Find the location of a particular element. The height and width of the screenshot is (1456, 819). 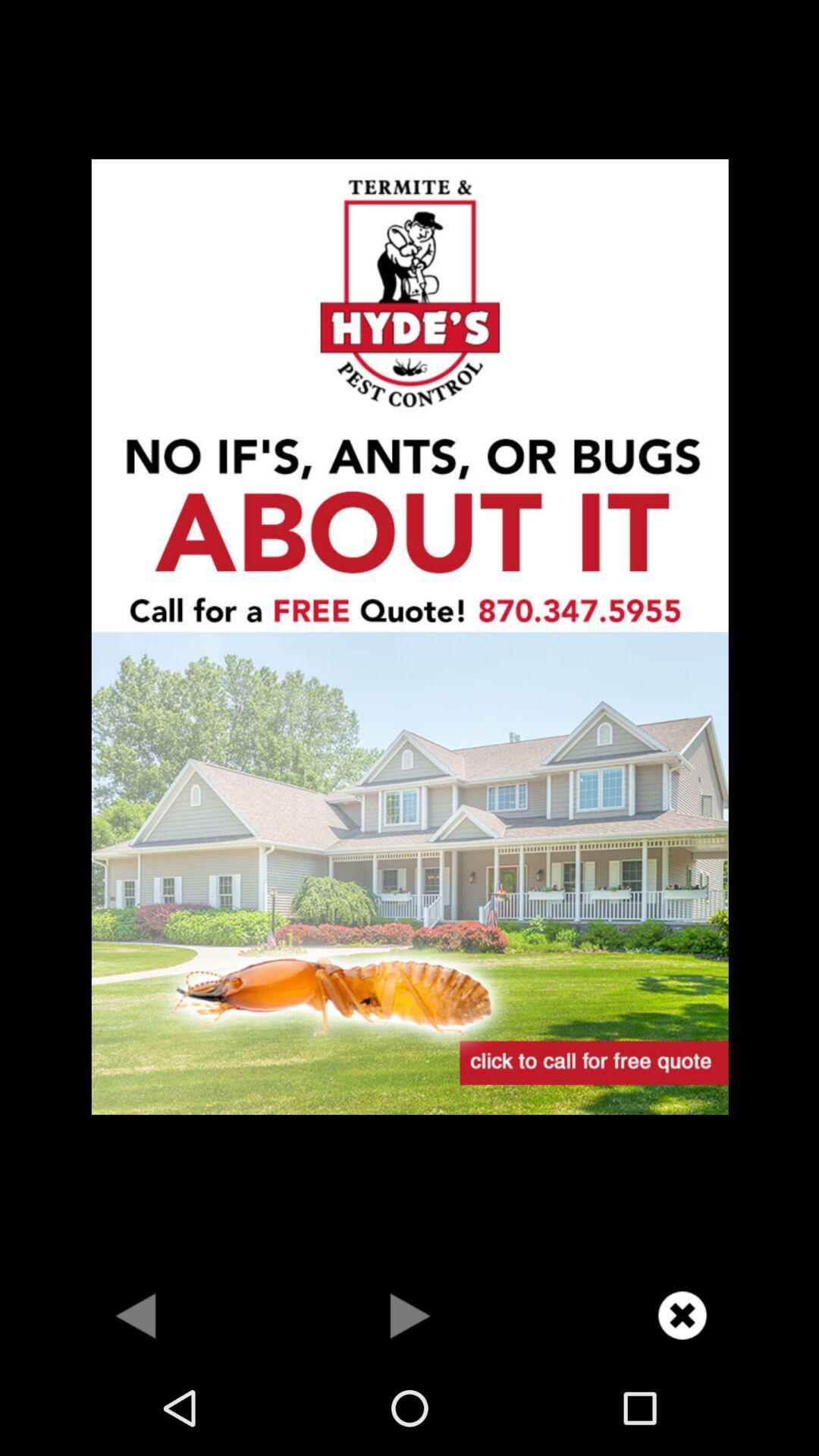

botton is located at coordinates (409, 1314).